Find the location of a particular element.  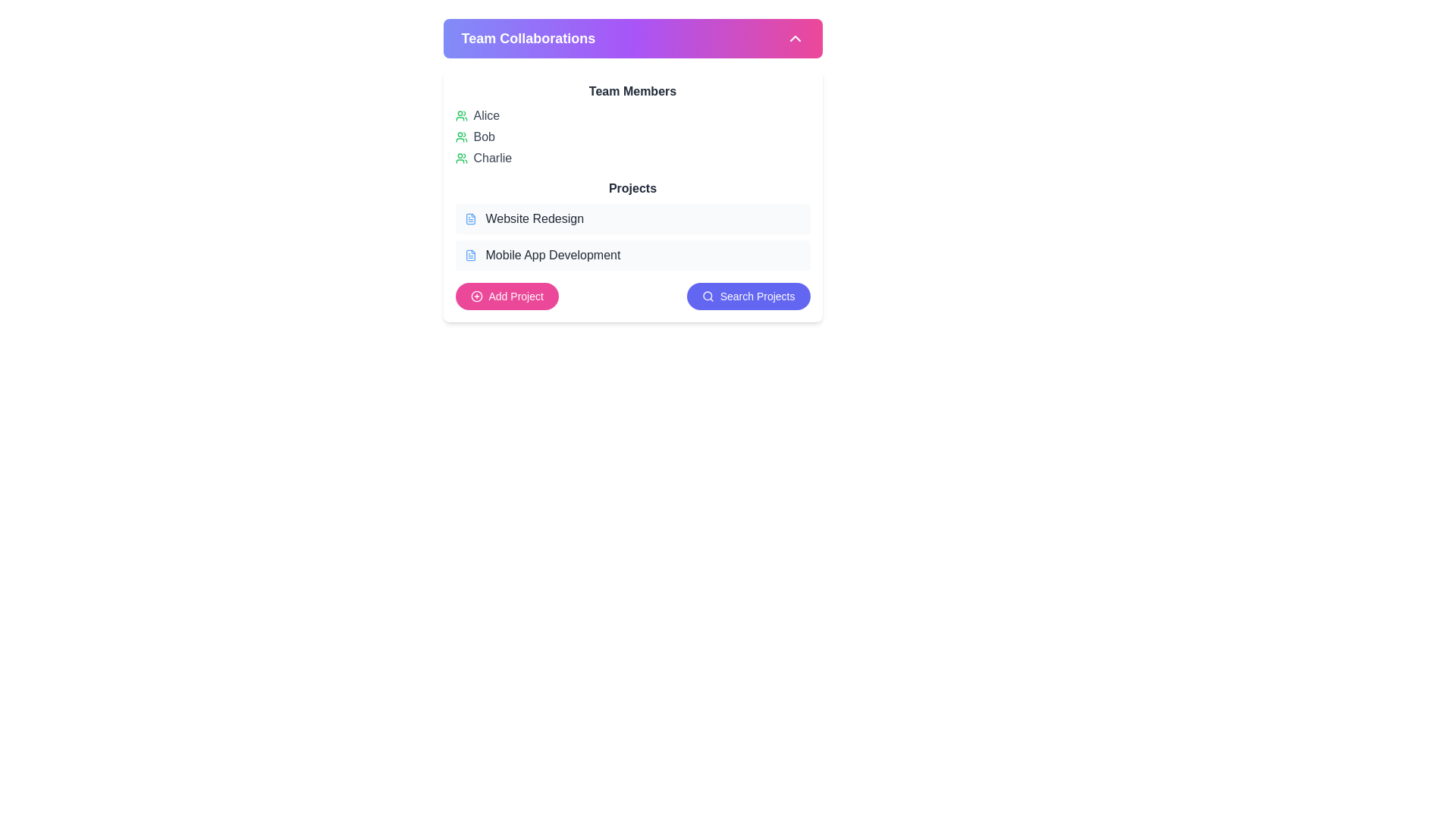

the Text Label that serves as a section header for team members, located under 'Team Collaborations' is located at coordinates (632, 91).